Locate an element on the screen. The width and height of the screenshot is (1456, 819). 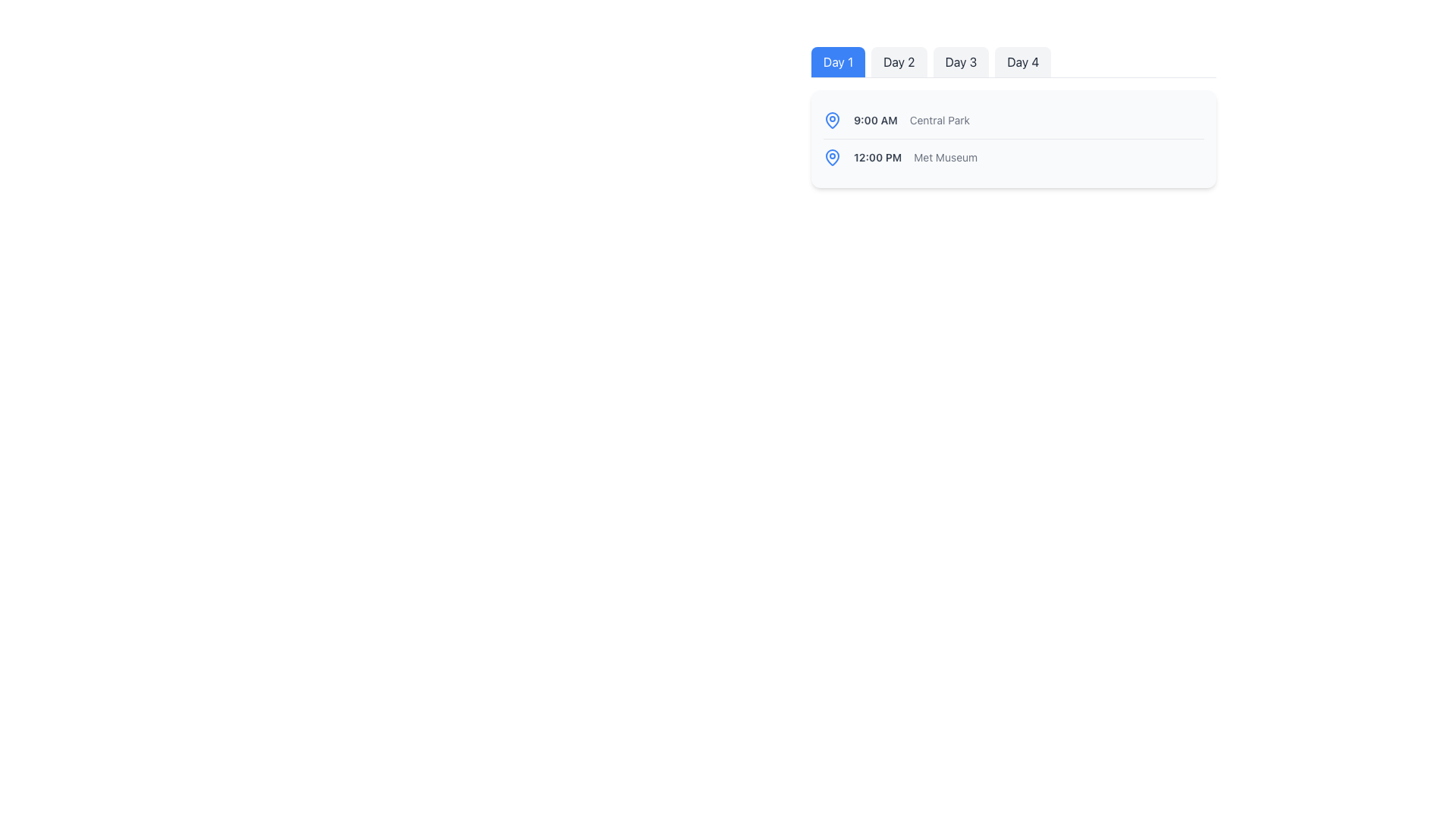
the label displaying the time '9:00 AM', which is positioned to the right of a blue location marker and to the left of the text element 'Central Park' is located at coordinates (875, 119).